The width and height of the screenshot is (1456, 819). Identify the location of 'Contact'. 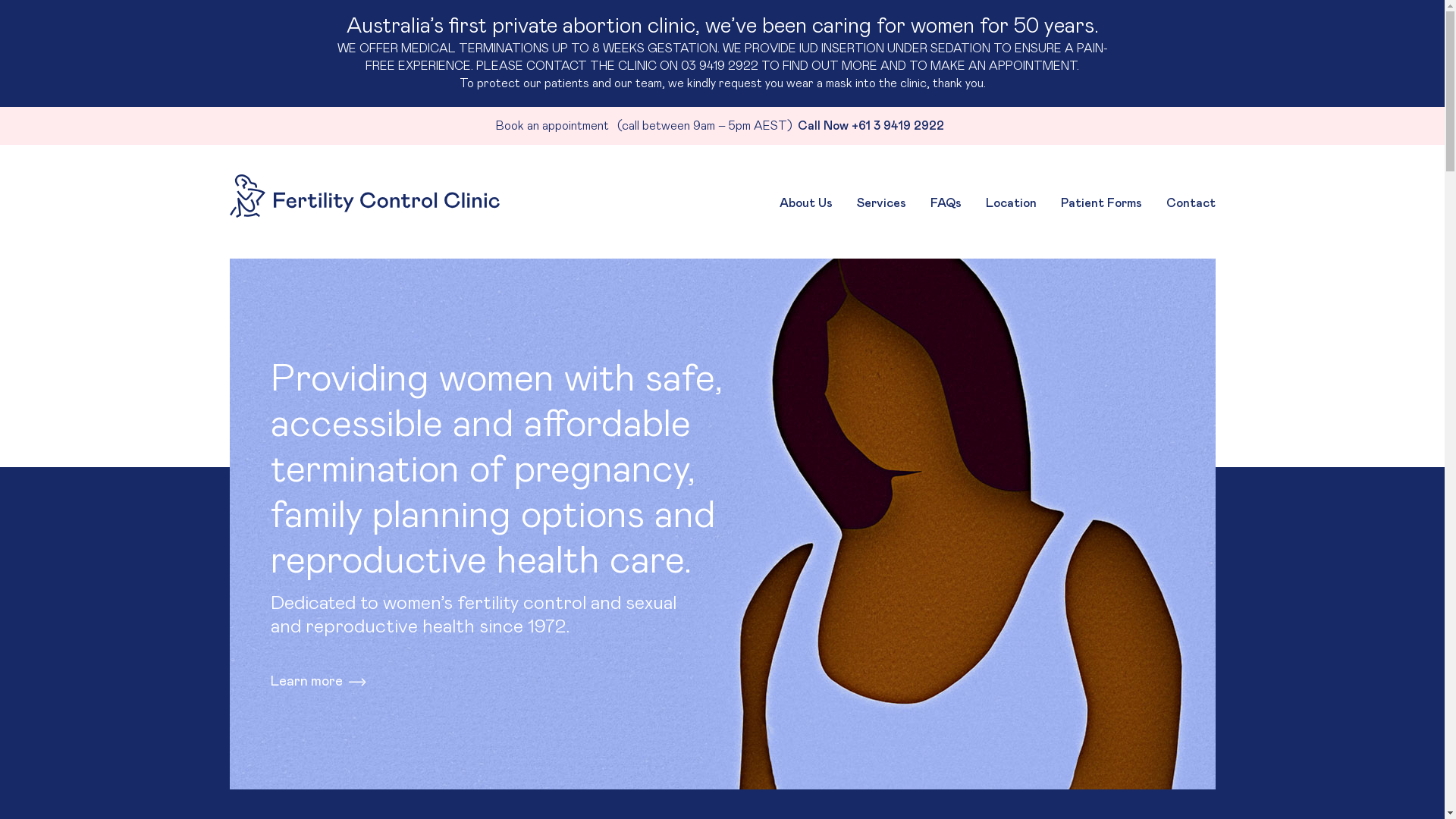
(1165, 203).